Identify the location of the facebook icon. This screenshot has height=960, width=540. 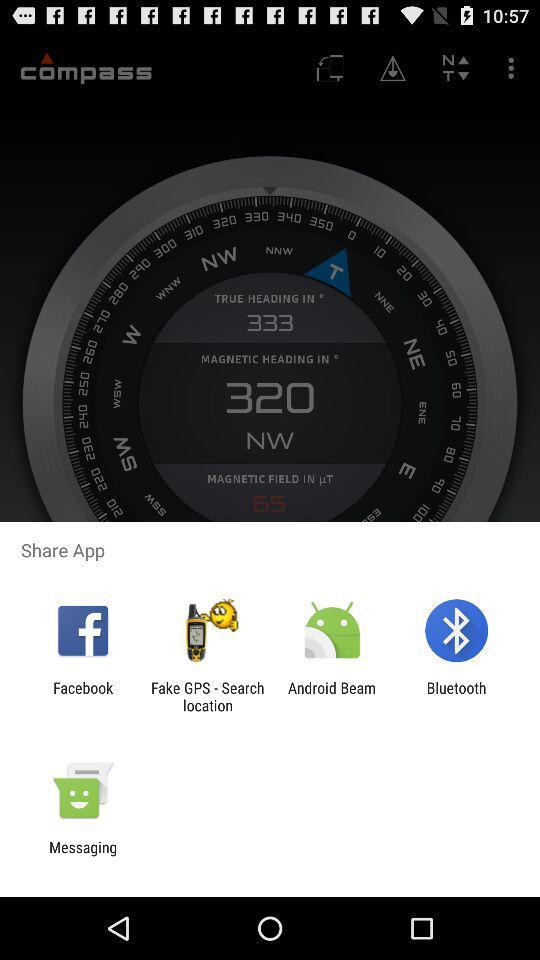
(82, 696).